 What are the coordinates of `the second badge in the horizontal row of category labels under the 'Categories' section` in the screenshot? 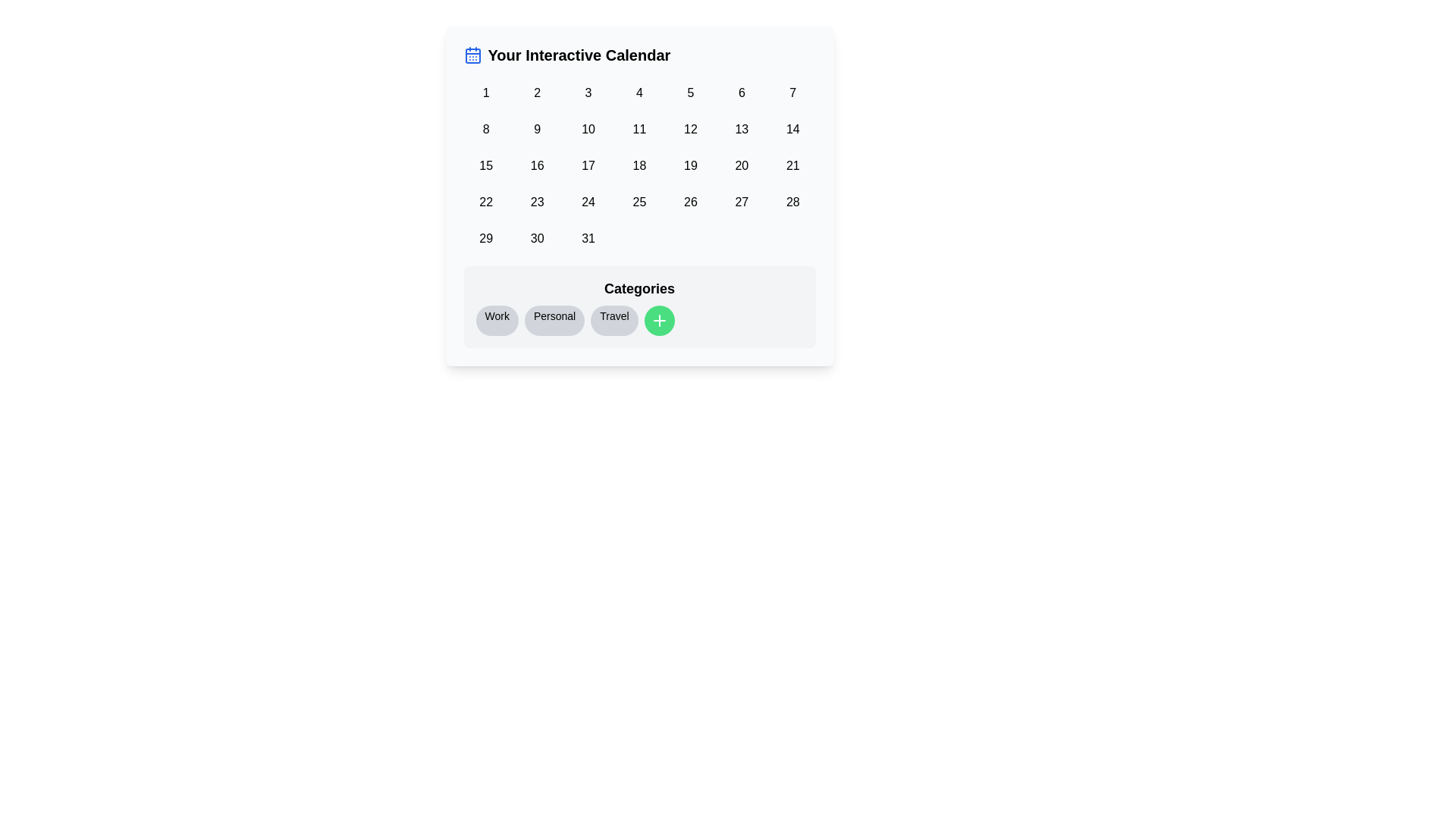 It's located at (554, 320).